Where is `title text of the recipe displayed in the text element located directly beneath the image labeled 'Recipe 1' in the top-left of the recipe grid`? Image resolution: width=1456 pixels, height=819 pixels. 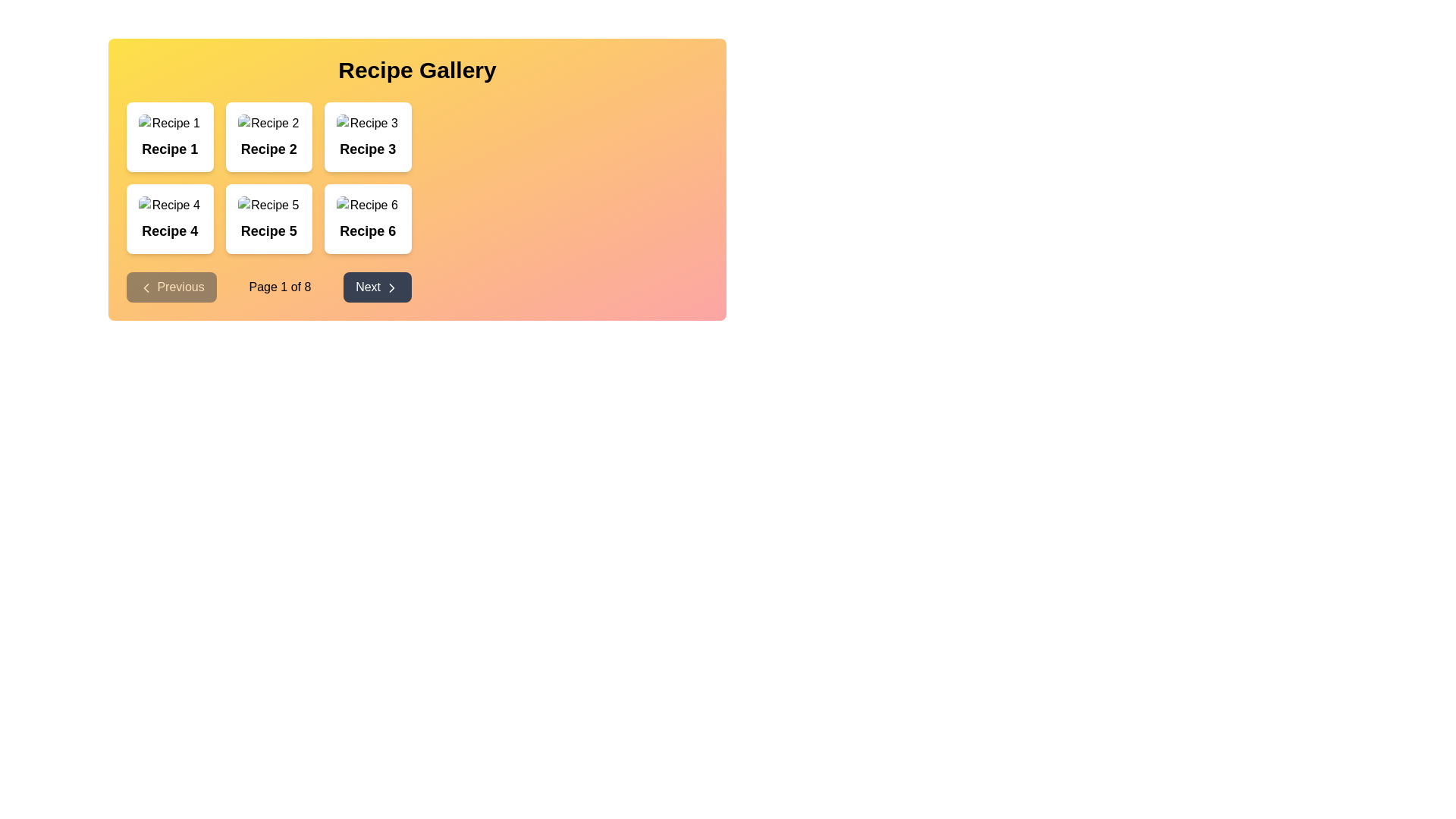 title text of the recipe displayed in the text element located directly beneath the image labeled 'Recipe 1' in the top-left of the recipe grid is located at coordinates (170, 149).